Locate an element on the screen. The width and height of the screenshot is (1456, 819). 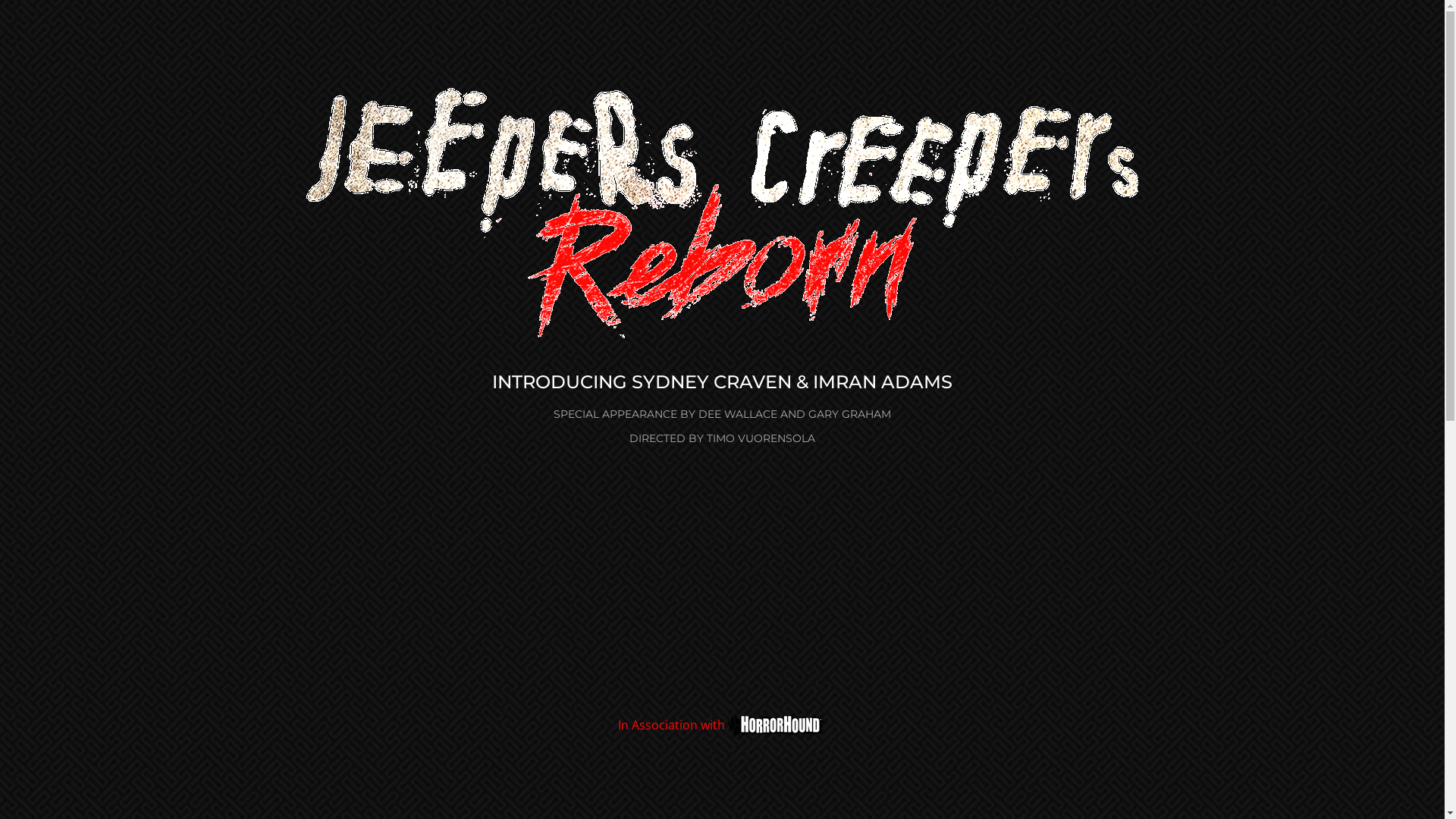
'In Association with' is located at coordinates (720, 725).